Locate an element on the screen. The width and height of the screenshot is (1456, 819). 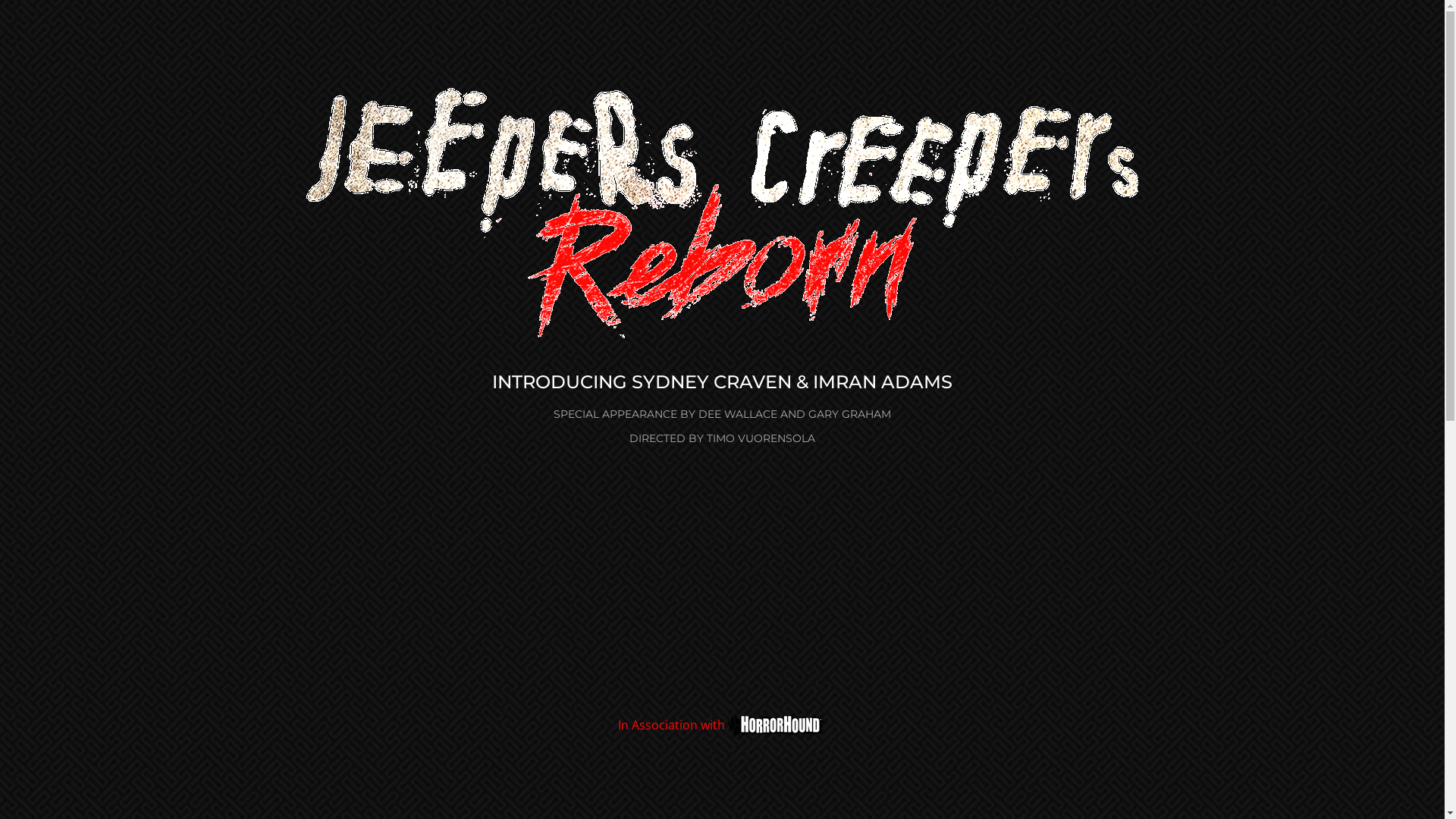
'In Association with' is located at coordinates (720, 725).